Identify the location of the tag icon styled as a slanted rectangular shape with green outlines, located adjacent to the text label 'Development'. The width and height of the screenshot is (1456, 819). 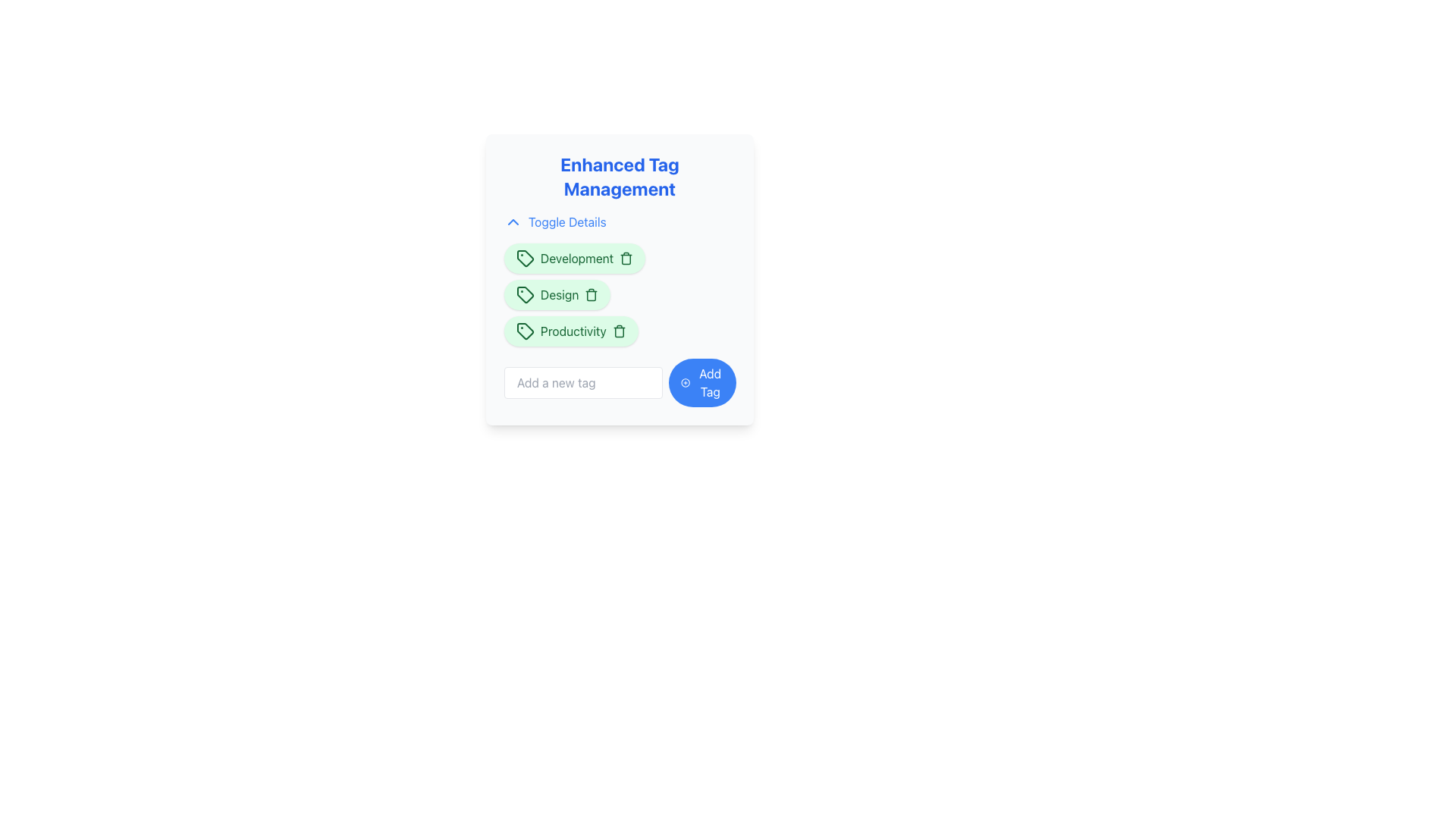
(525, 257).